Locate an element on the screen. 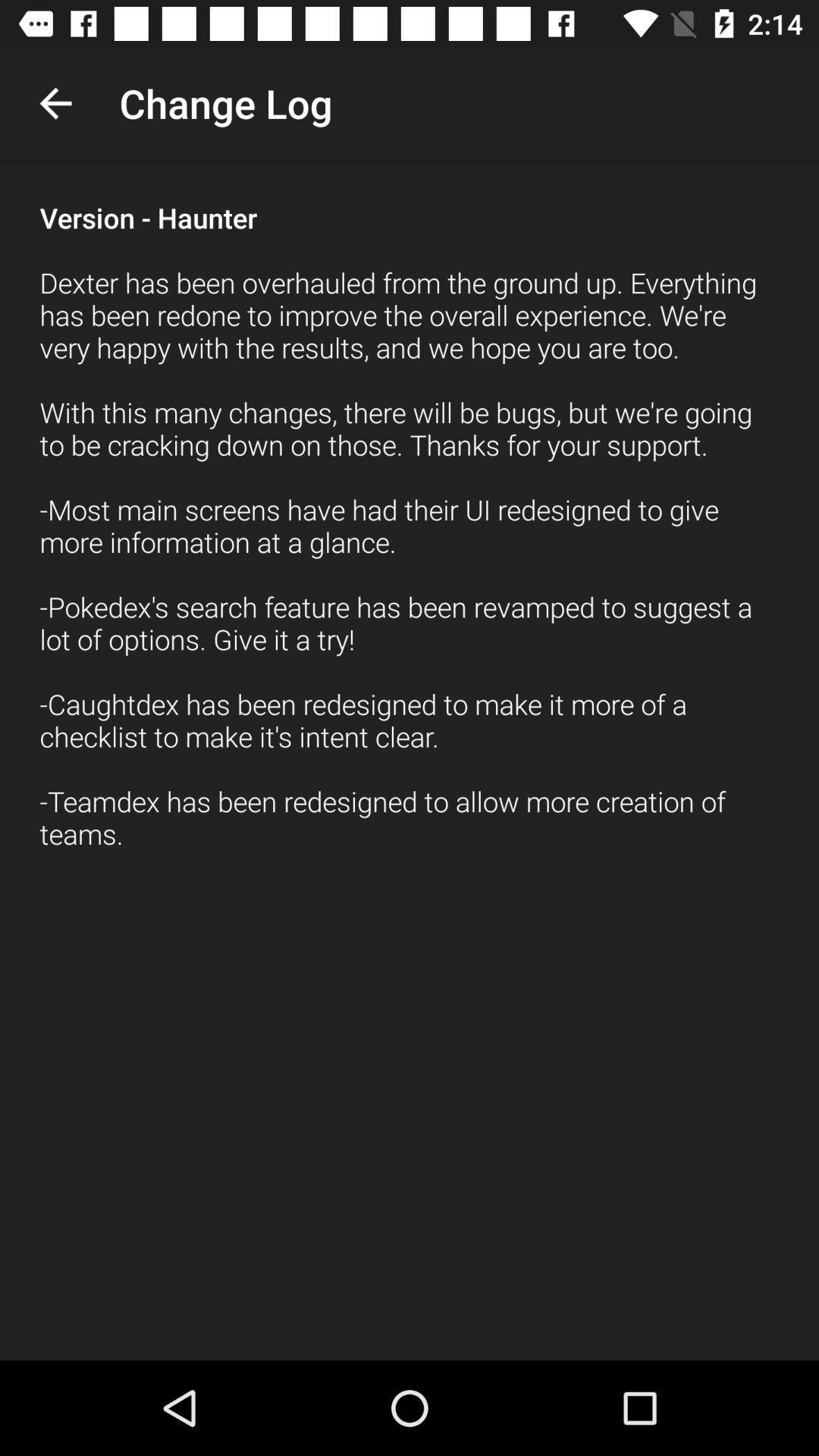 The image size is (819, 1456). the app next to change log icon is located at coordinates (55, 102).